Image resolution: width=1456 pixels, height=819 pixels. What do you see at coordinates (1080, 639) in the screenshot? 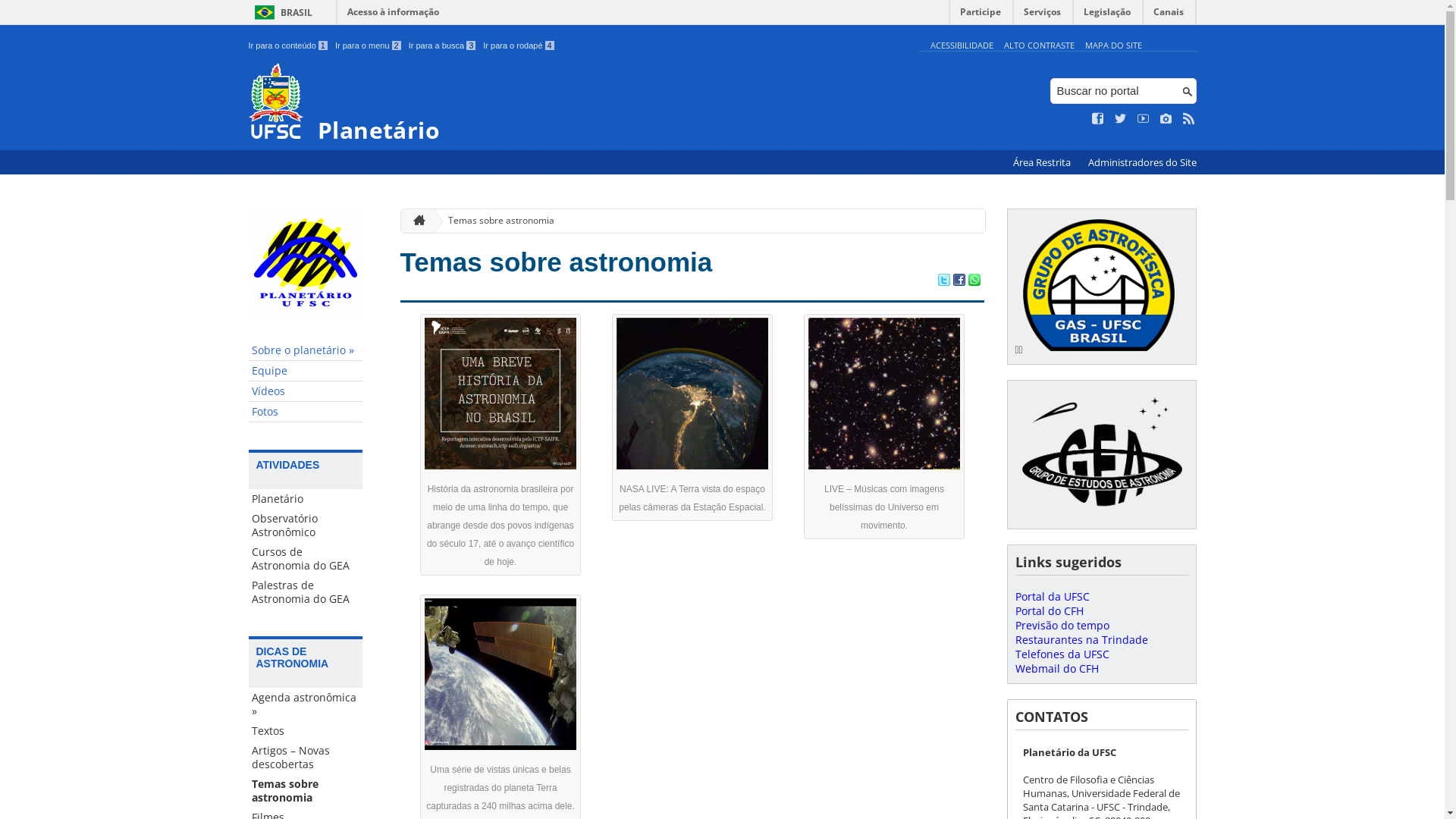
I see `'Restaurantes na Trindade'` at bounding box center [1080, 639].